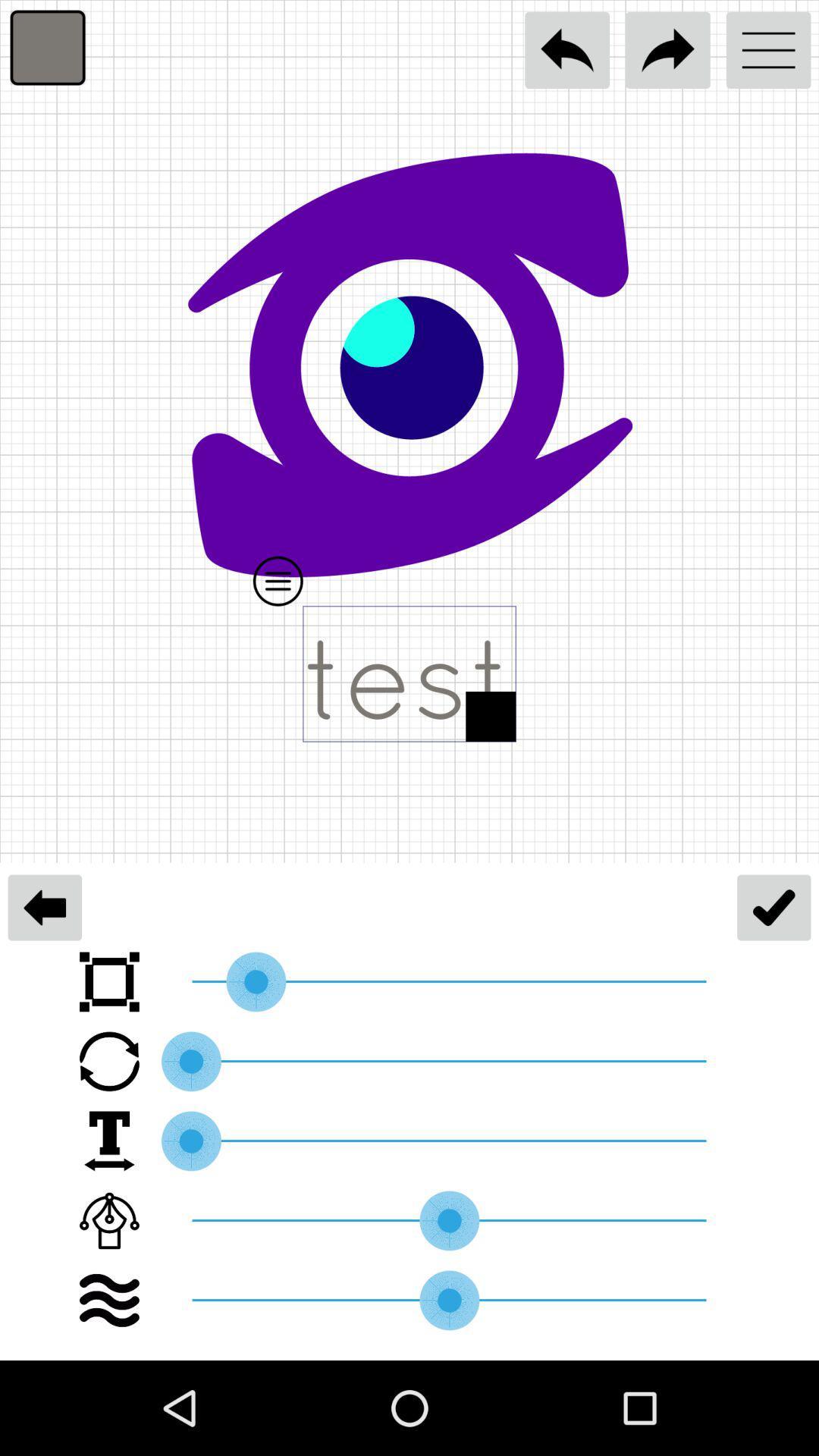 This screenshot has width=819, height=1456. I want to click on the arrow_backward icon, so click(44, 907).